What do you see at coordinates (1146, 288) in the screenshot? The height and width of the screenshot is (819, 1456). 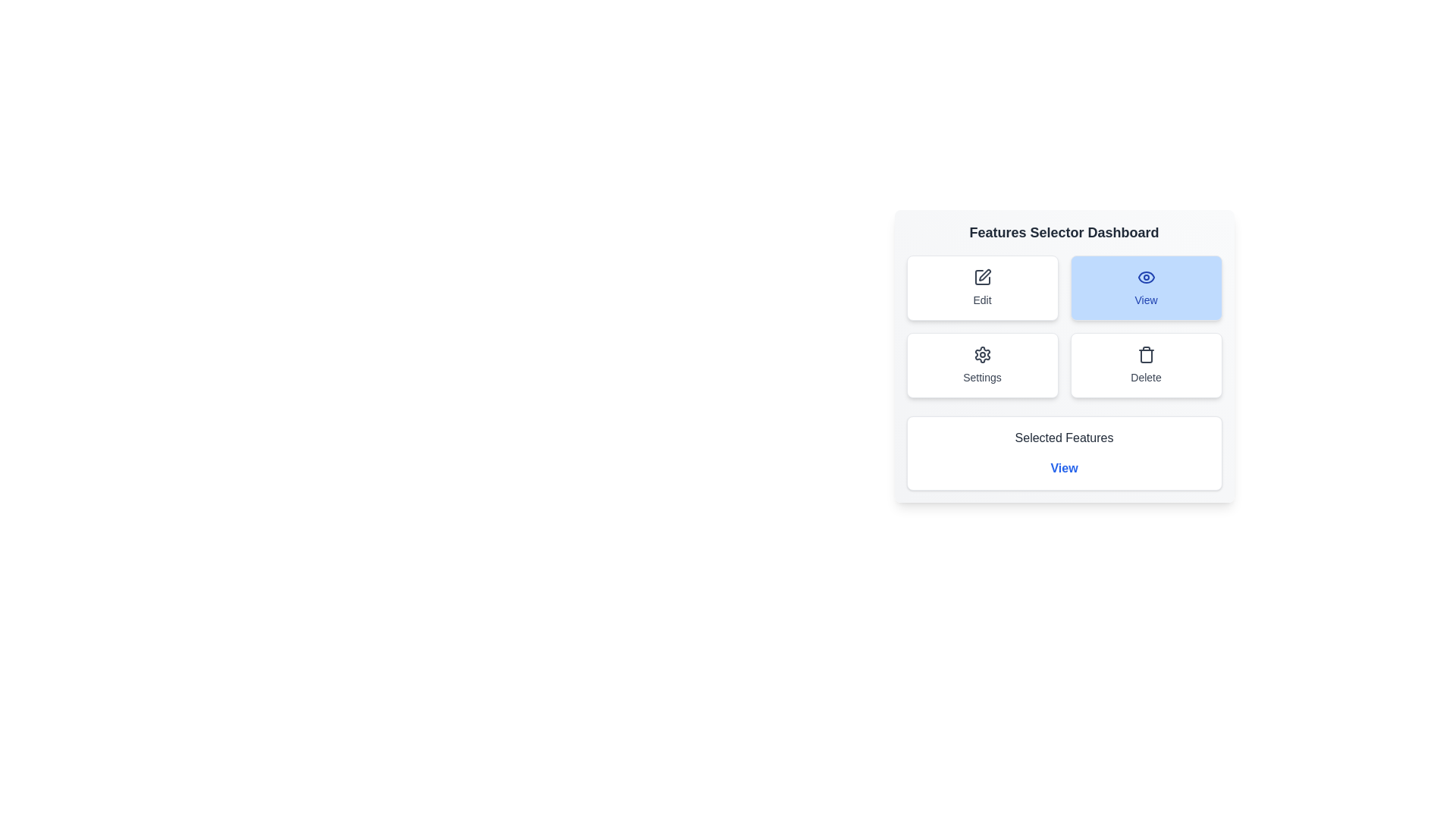 I see `the feature button view` at bounding box center [1146, 288].